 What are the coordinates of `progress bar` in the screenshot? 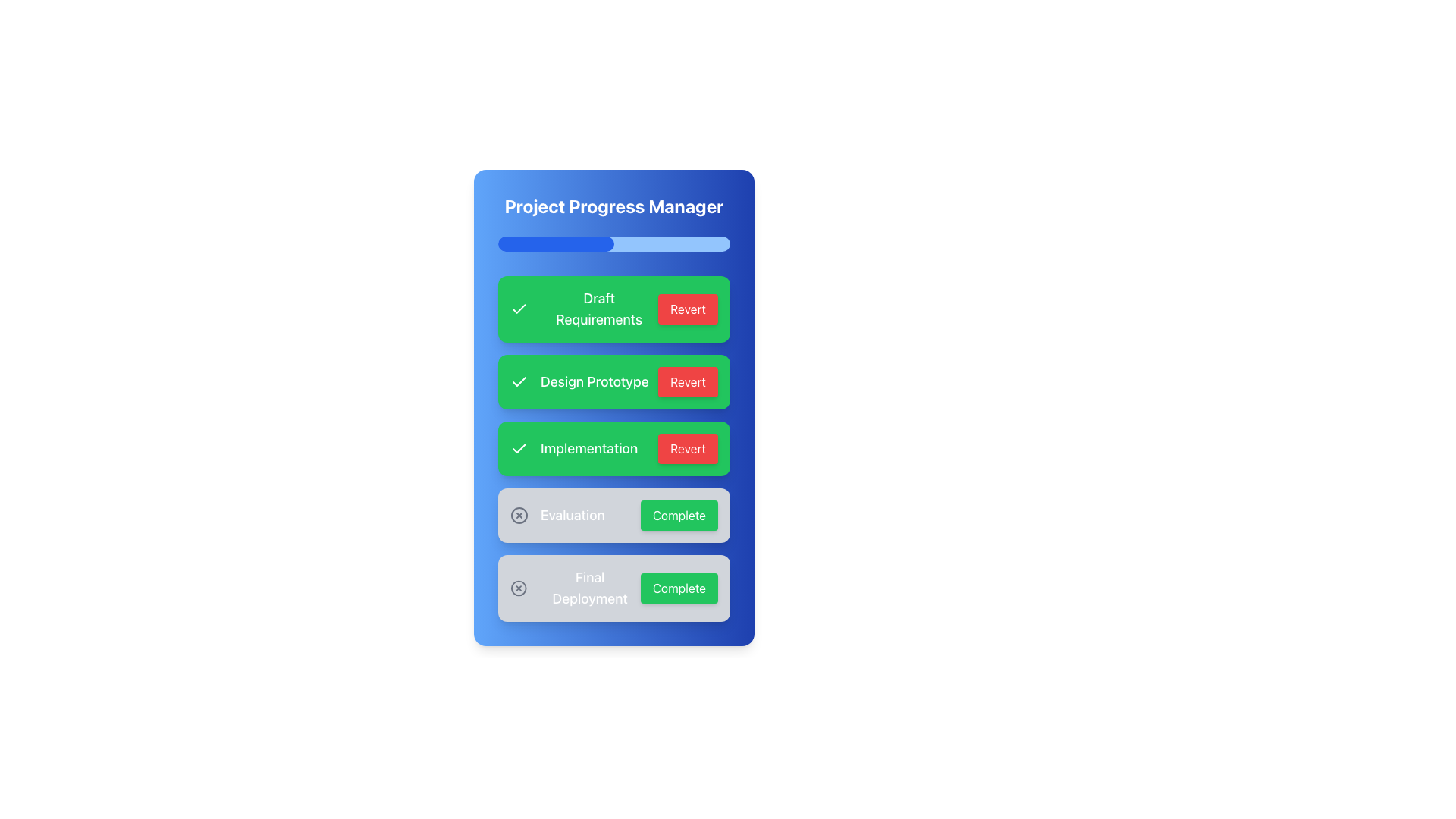 It's located at (685, 243).